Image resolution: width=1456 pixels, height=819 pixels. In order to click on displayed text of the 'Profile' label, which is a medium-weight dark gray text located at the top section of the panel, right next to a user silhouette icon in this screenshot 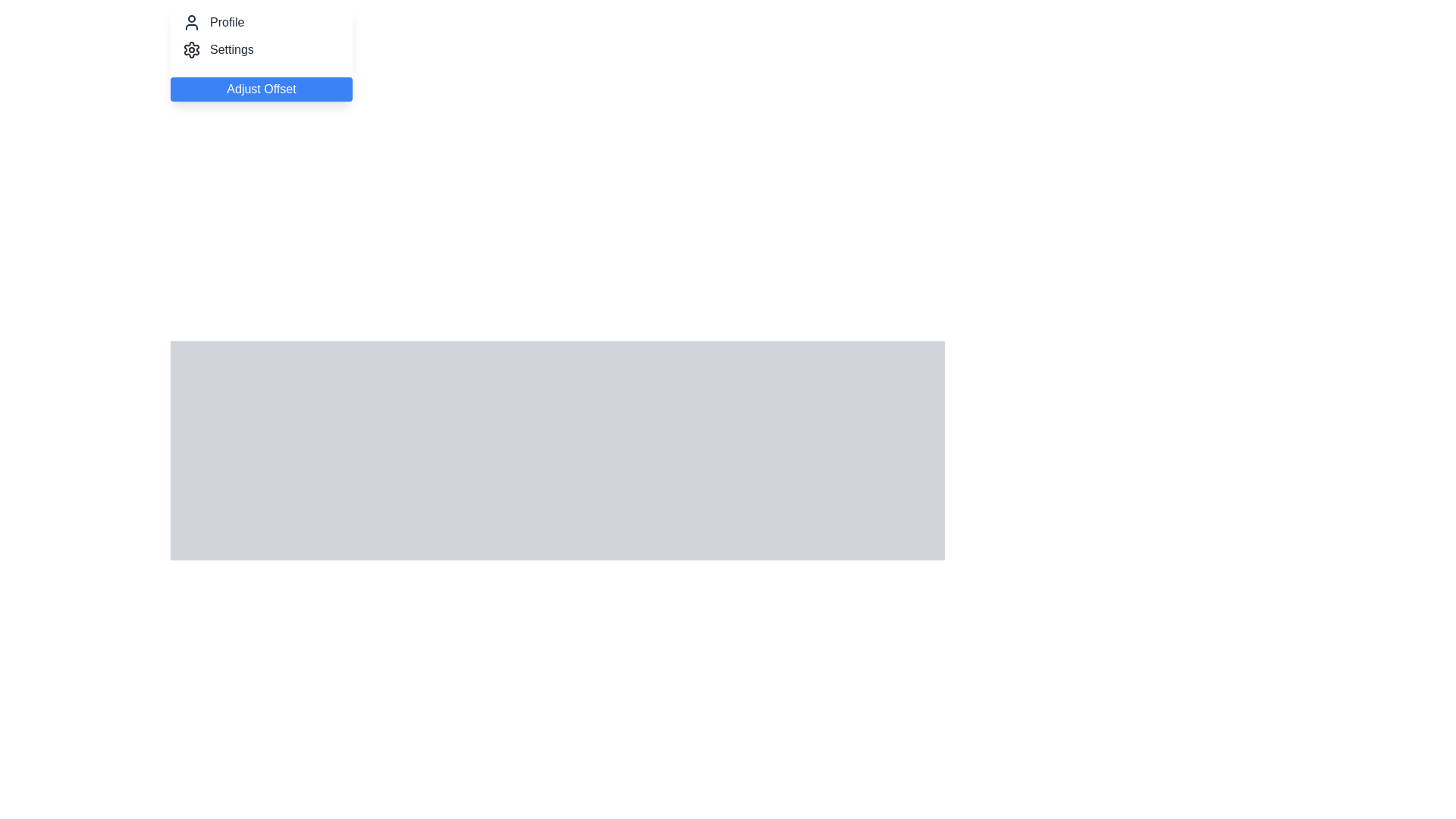, I will do `click(226, 23)`.